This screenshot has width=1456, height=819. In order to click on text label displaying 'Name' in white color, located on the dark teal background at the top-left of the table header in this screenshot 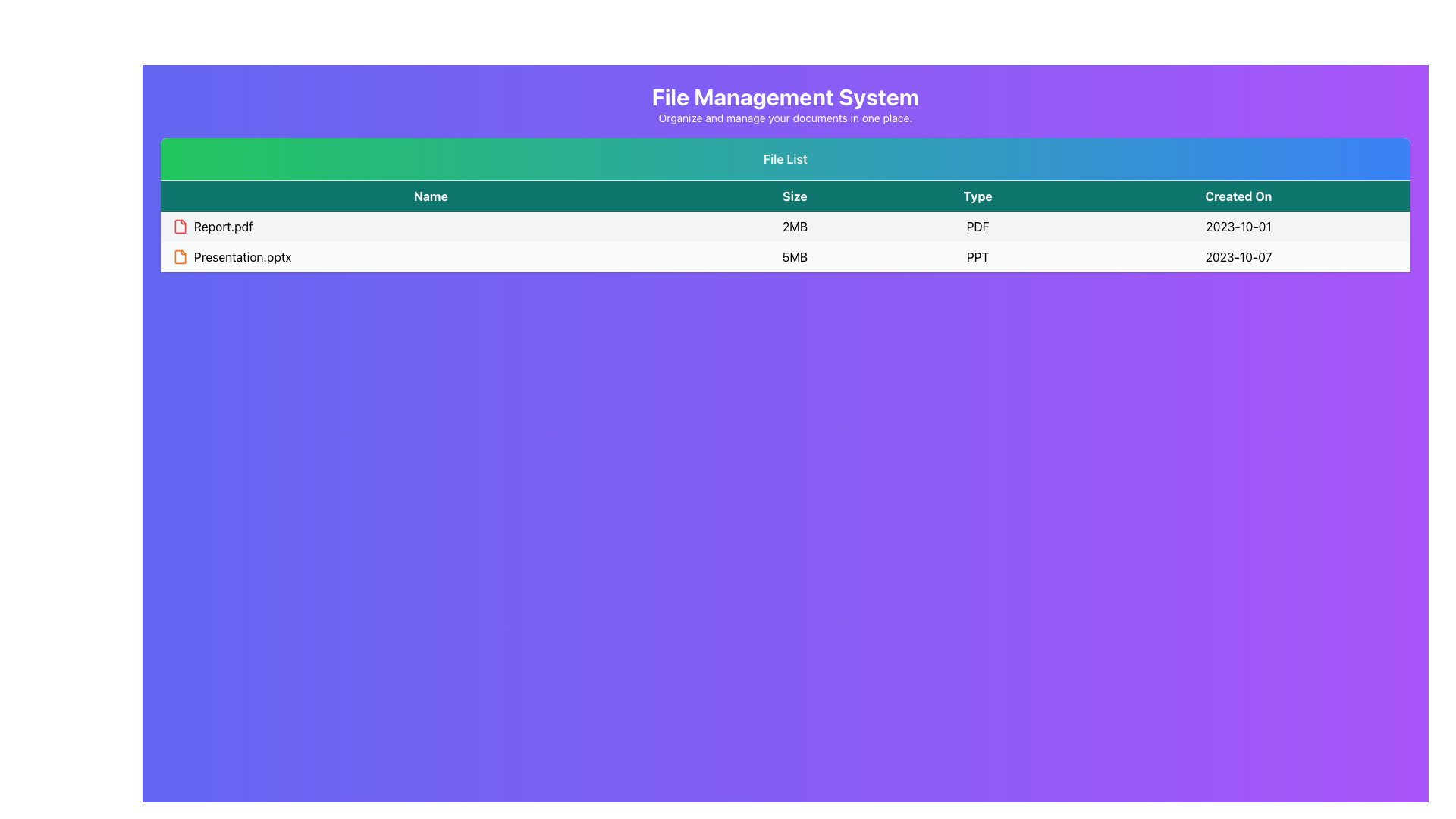, I will do `click(430, 195)`.